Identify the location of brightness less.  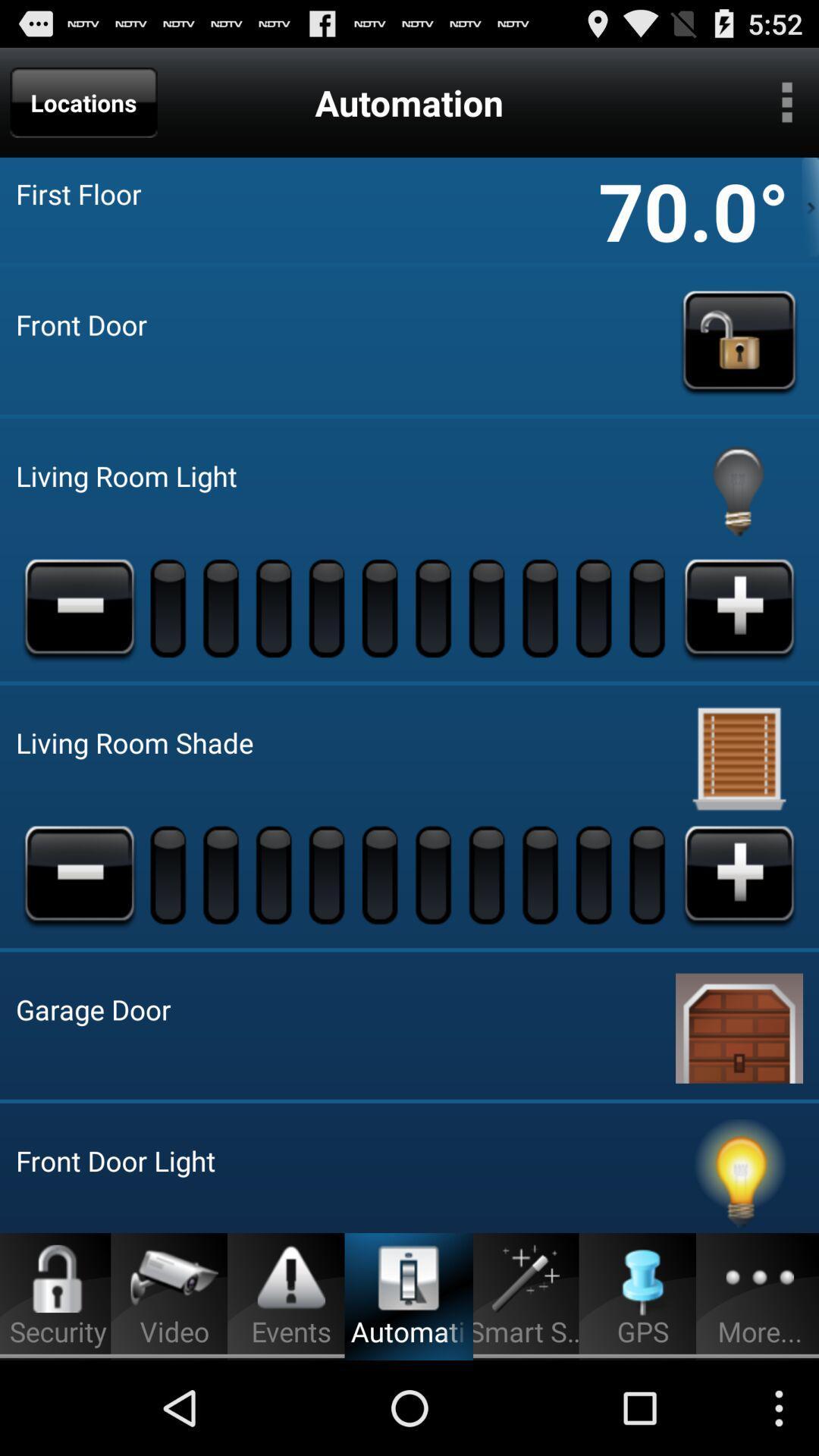
(79, 607).